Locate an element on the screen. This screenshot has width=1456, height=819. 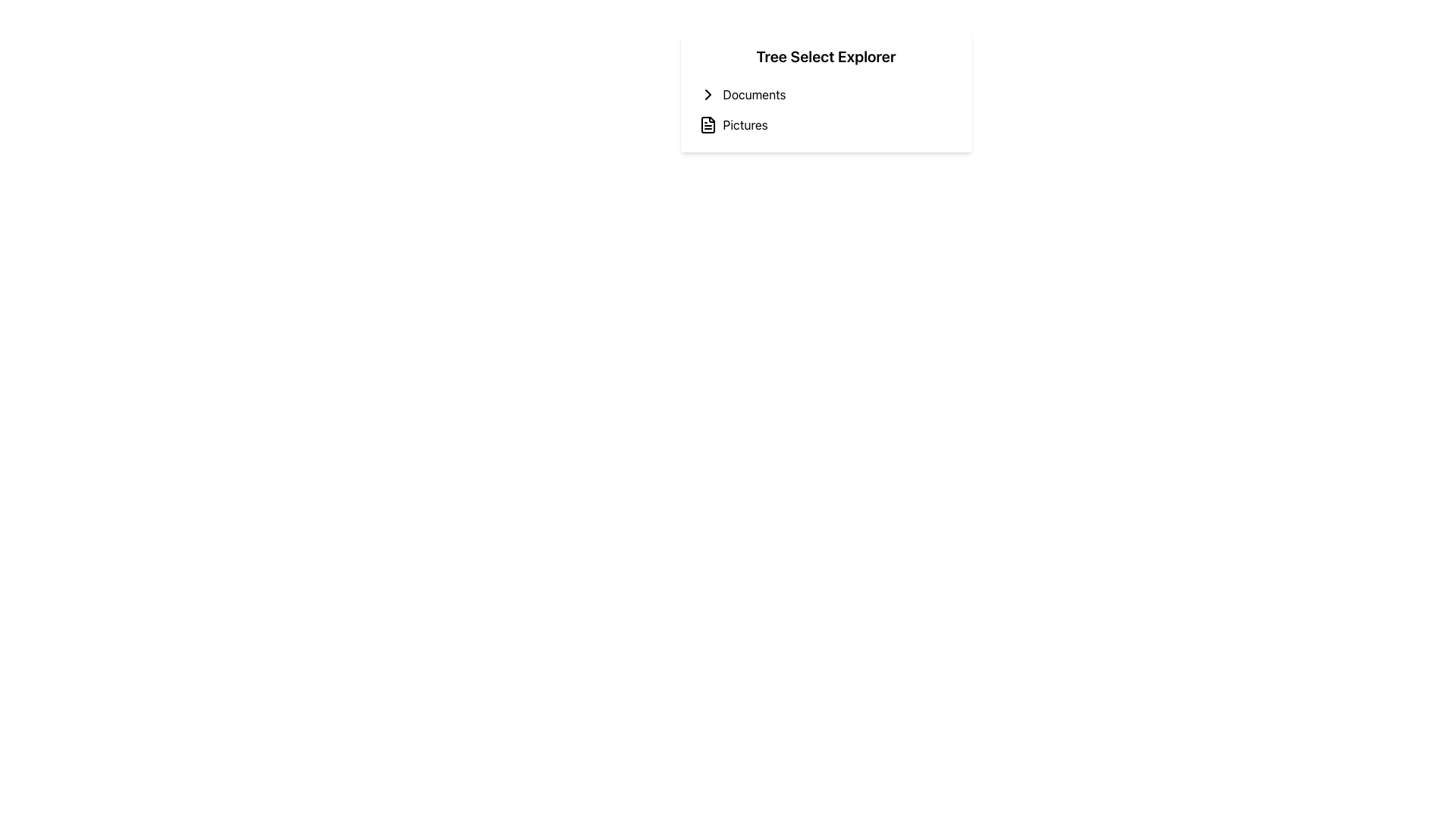
the 'Pictures' text label located to the right of the document icon within the tree selection menu is located at coordinates (745, 124).